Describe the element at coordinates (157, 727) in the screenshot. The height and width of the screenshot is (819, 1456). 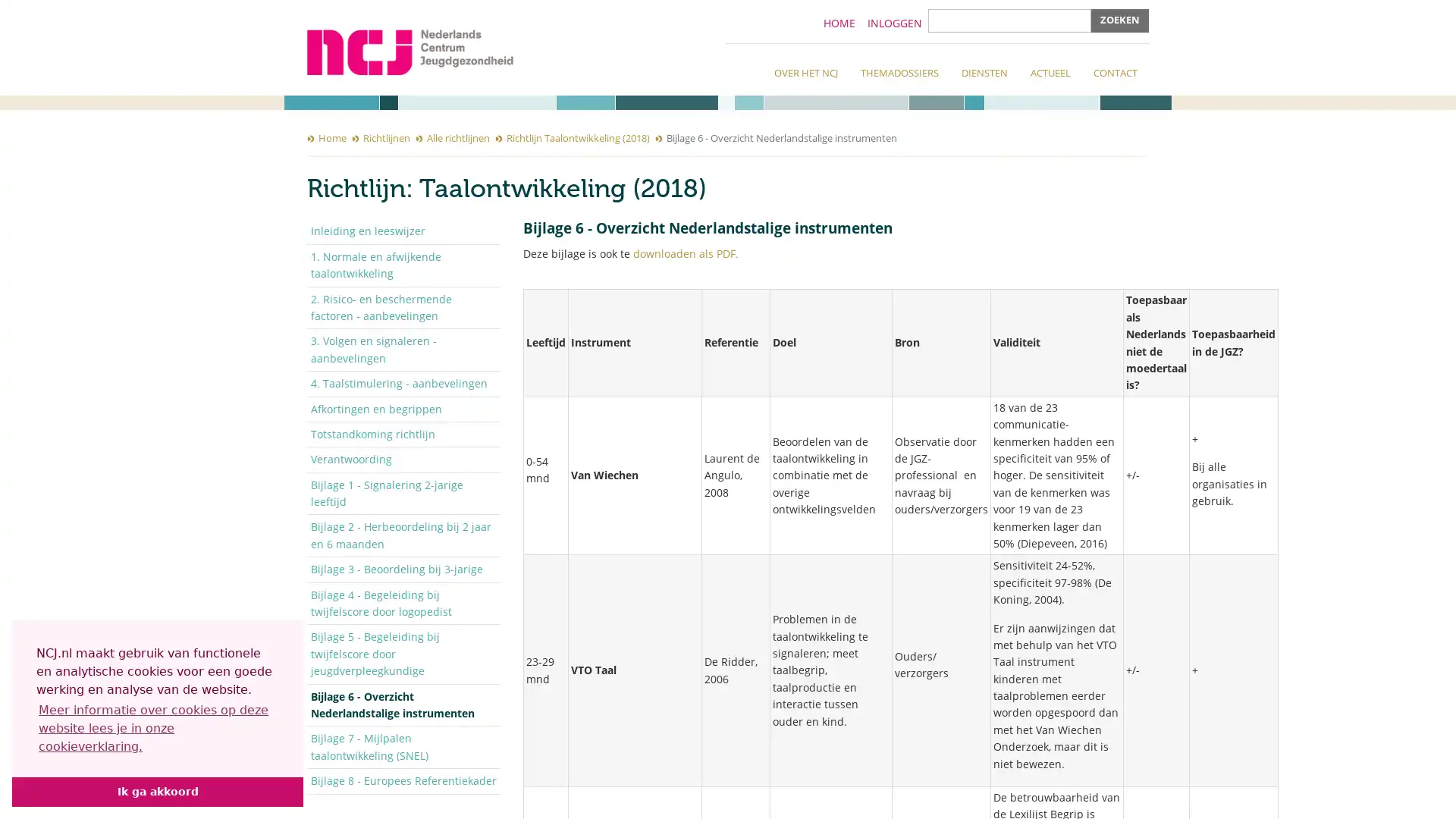
I see `learn more about cookies` at that location.